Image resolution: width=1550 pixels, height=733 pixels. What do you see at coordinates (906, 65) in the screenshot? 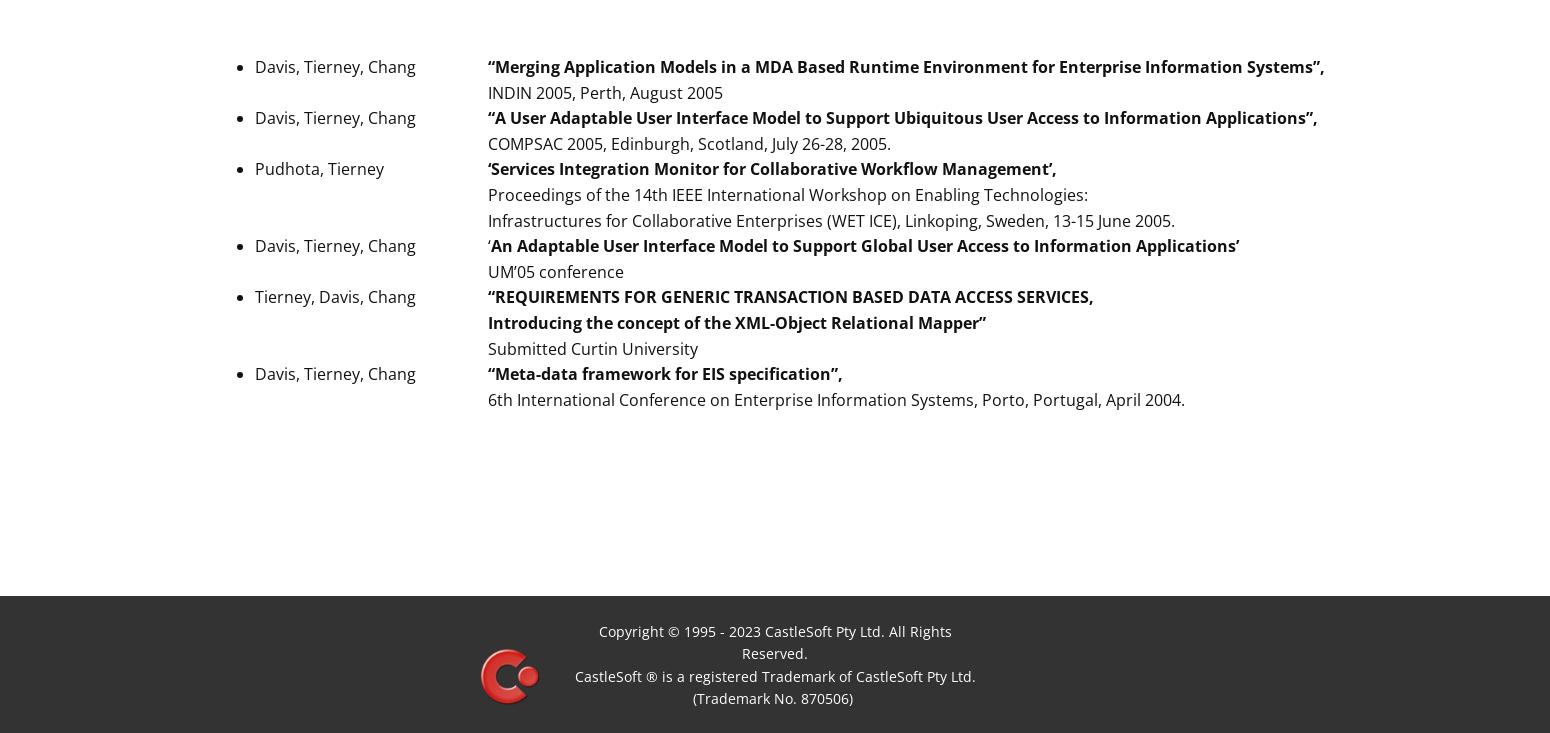
I see `'“Merging Application Models in a MDA
  Based Runtime Environment for Enterprise Information Systems”,'` at bounding box center [906, 65].